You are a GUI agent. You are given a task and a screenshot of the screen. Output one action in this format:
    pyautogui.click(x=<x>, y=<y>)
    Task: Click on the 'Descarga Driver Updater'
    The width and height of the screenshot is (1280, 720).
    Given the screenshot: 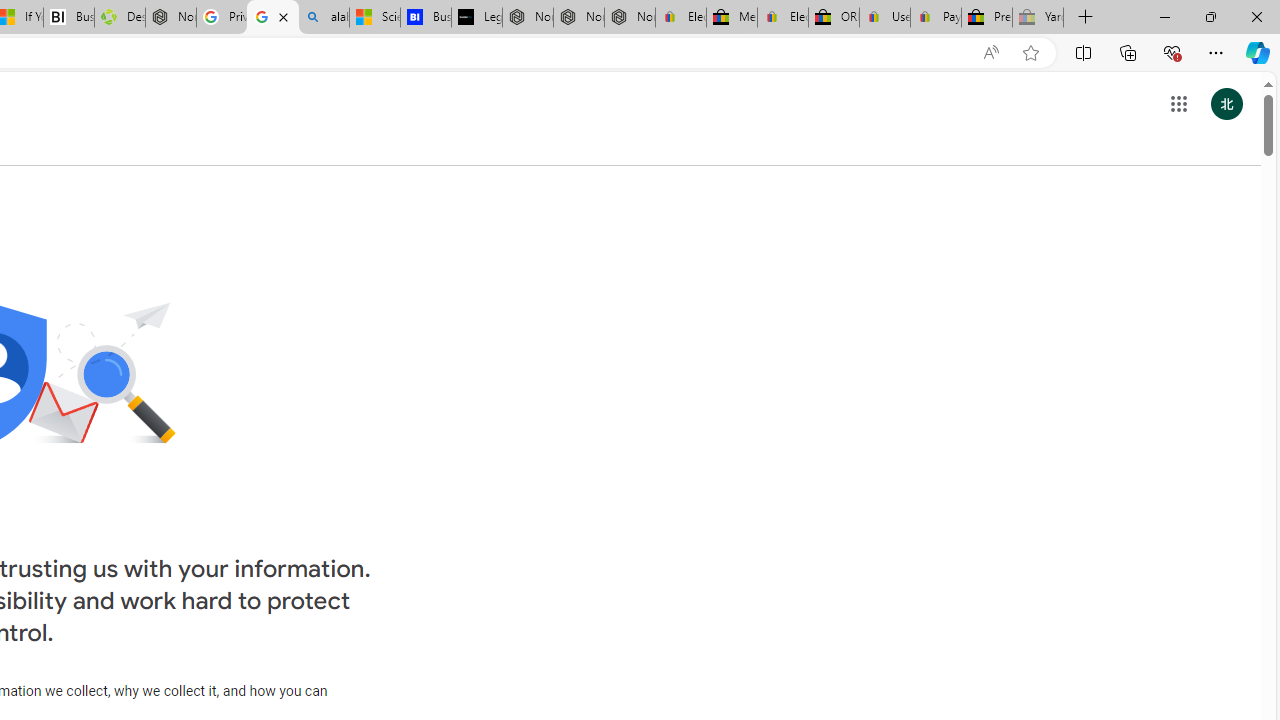 What is the action you would take?
    pyautogui.click(x=118, y=17)
    